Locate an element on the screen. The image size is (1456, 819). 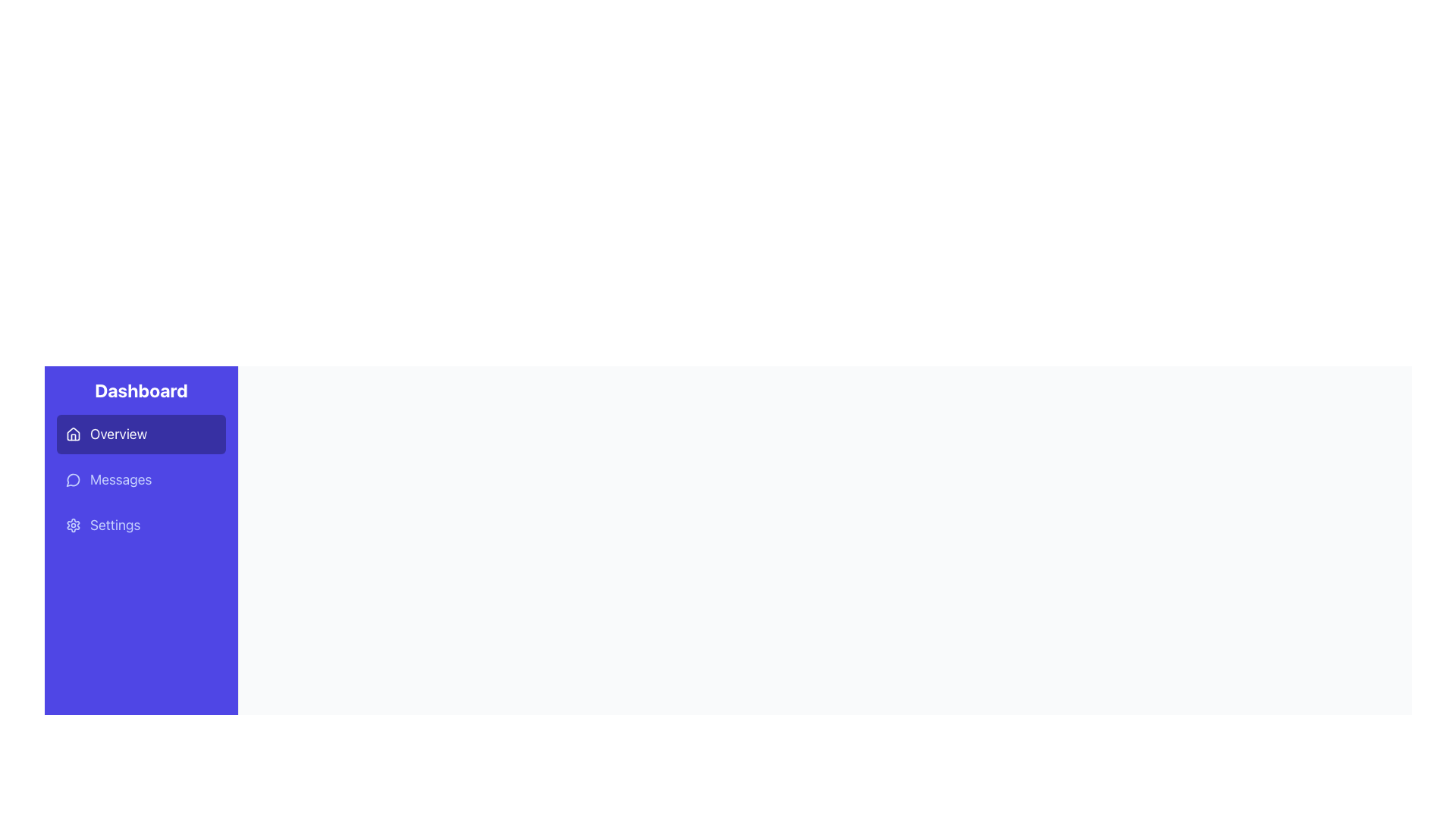
the 'Messages' option in the Navigation menu is located at coordinates (141, 479).